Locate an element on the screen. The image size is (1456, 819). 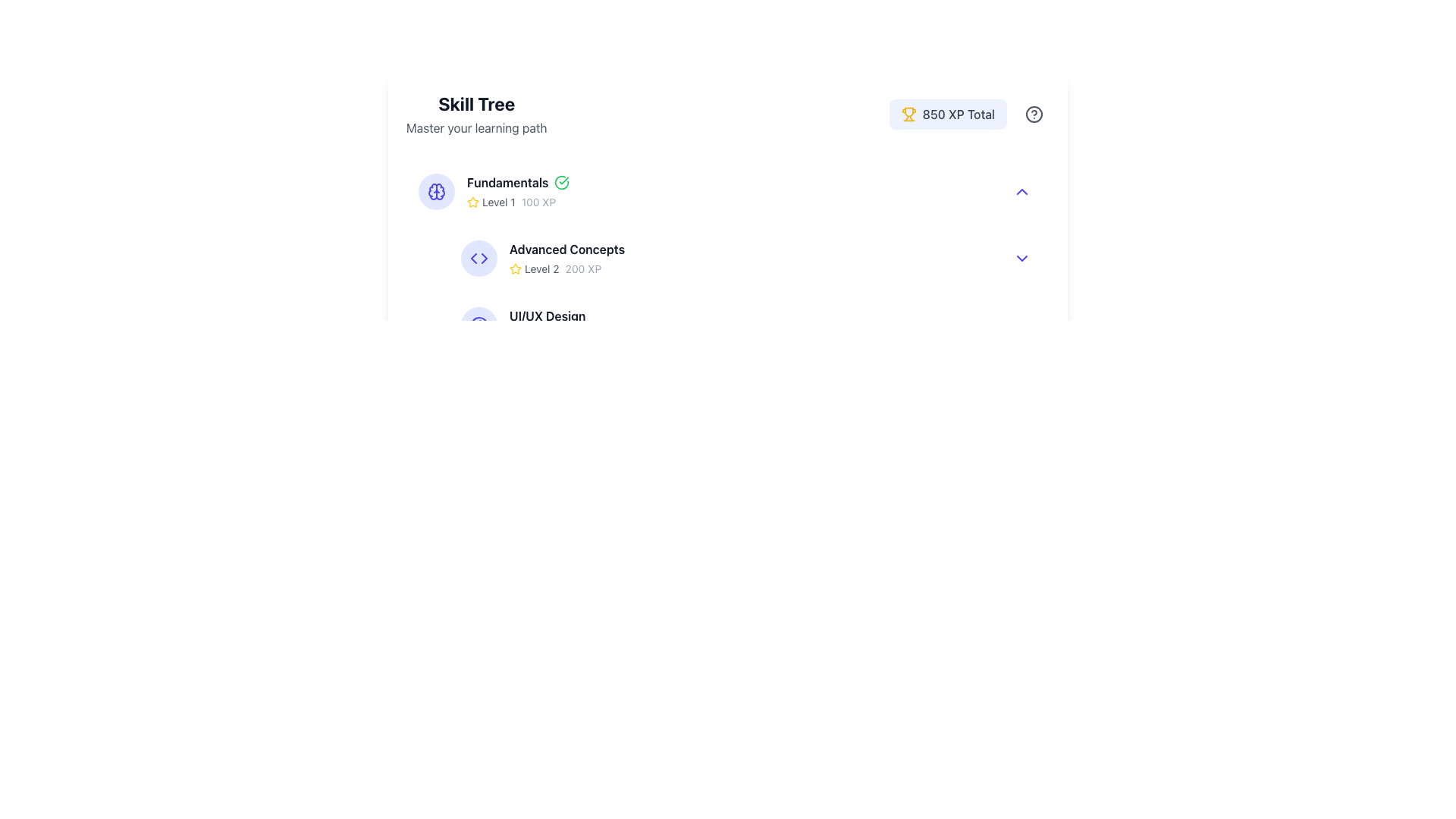
the expand or dropdown indicator SVG icon located at the top-right corner of the layout is located at coordinates (1022, 257).